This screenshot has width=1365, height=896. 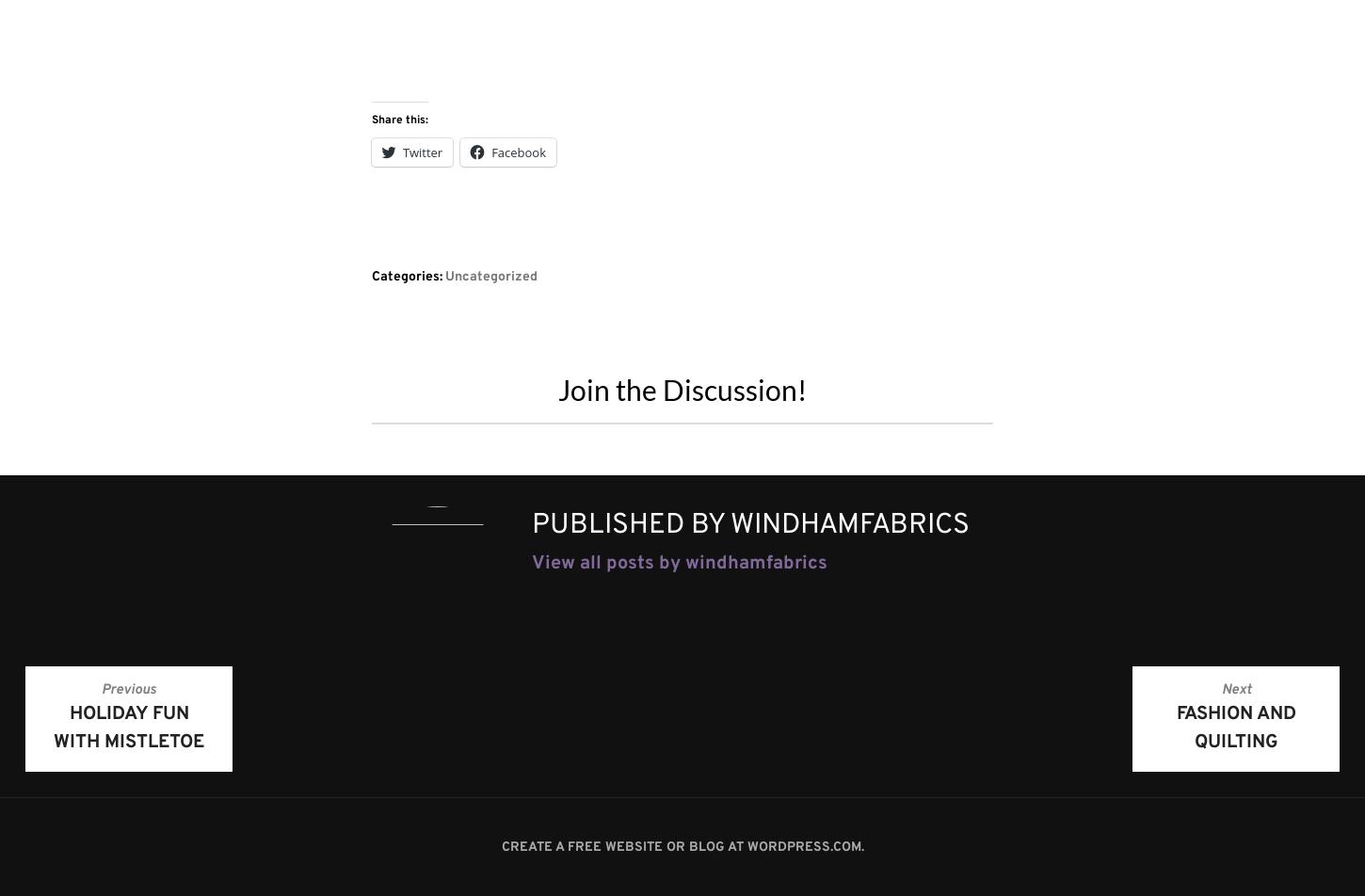 I want to click on 'Published by', so click(x=629, y=524).